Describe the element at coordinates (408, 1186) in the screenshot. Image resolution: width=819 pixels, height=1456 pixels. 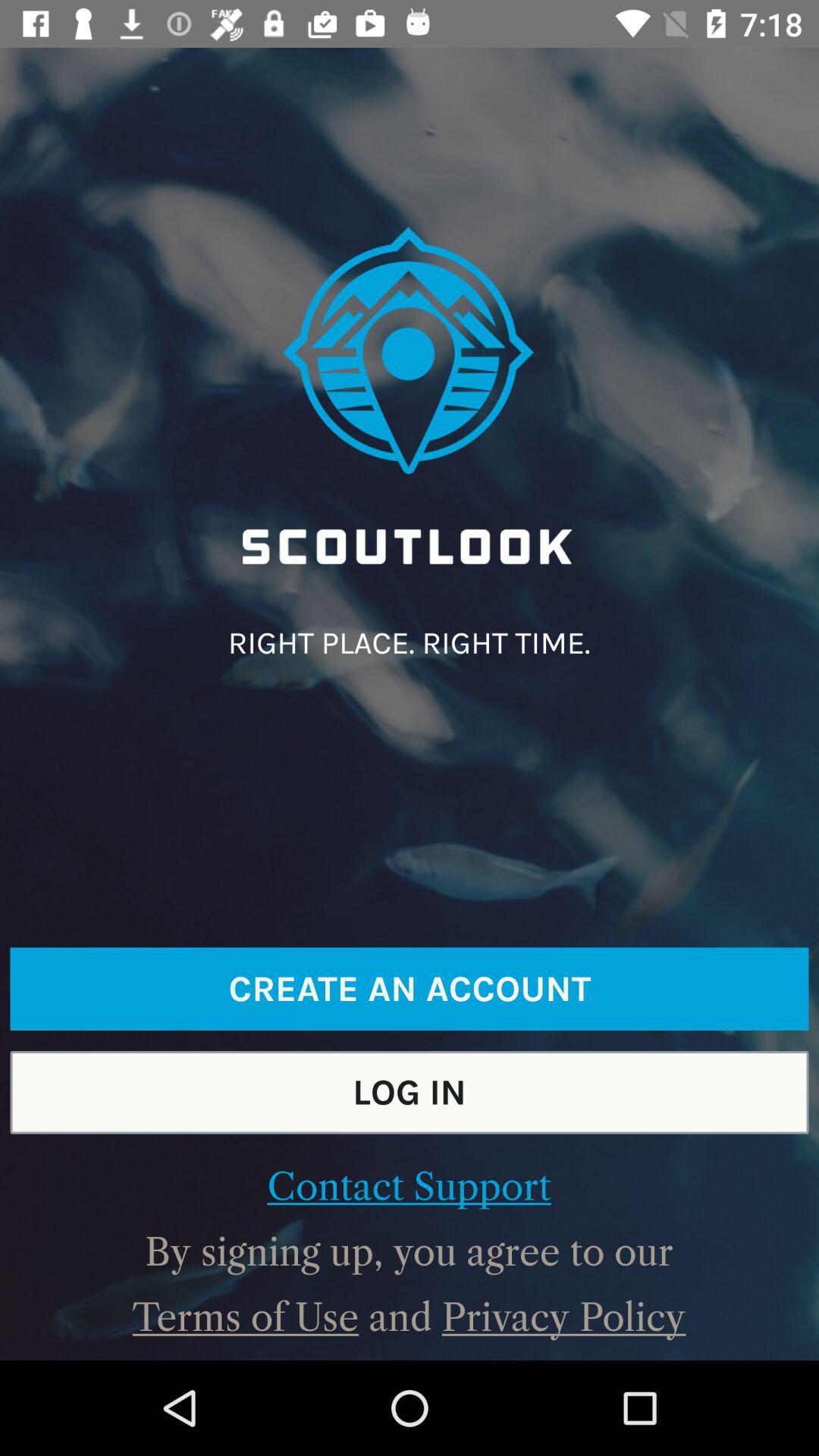
I see `contact support item` at that location.